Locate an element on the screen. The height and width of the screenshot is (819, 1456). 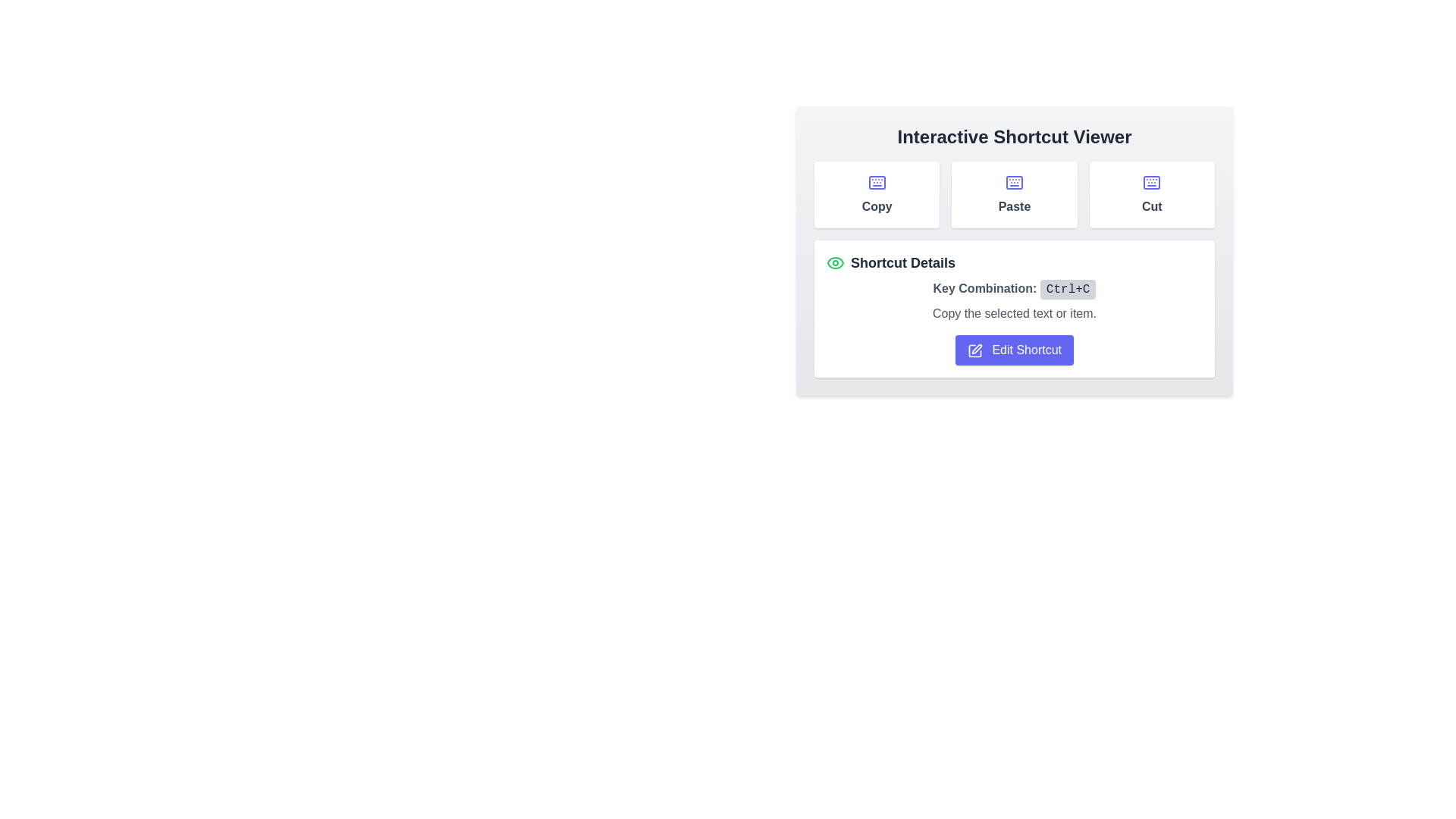
the 'Cut' text label, which represents the 'Cut' action in the interactive shortcut viewer tool, positioned as the third item in a horizontal list of options is located at coordinates (1152, 207).